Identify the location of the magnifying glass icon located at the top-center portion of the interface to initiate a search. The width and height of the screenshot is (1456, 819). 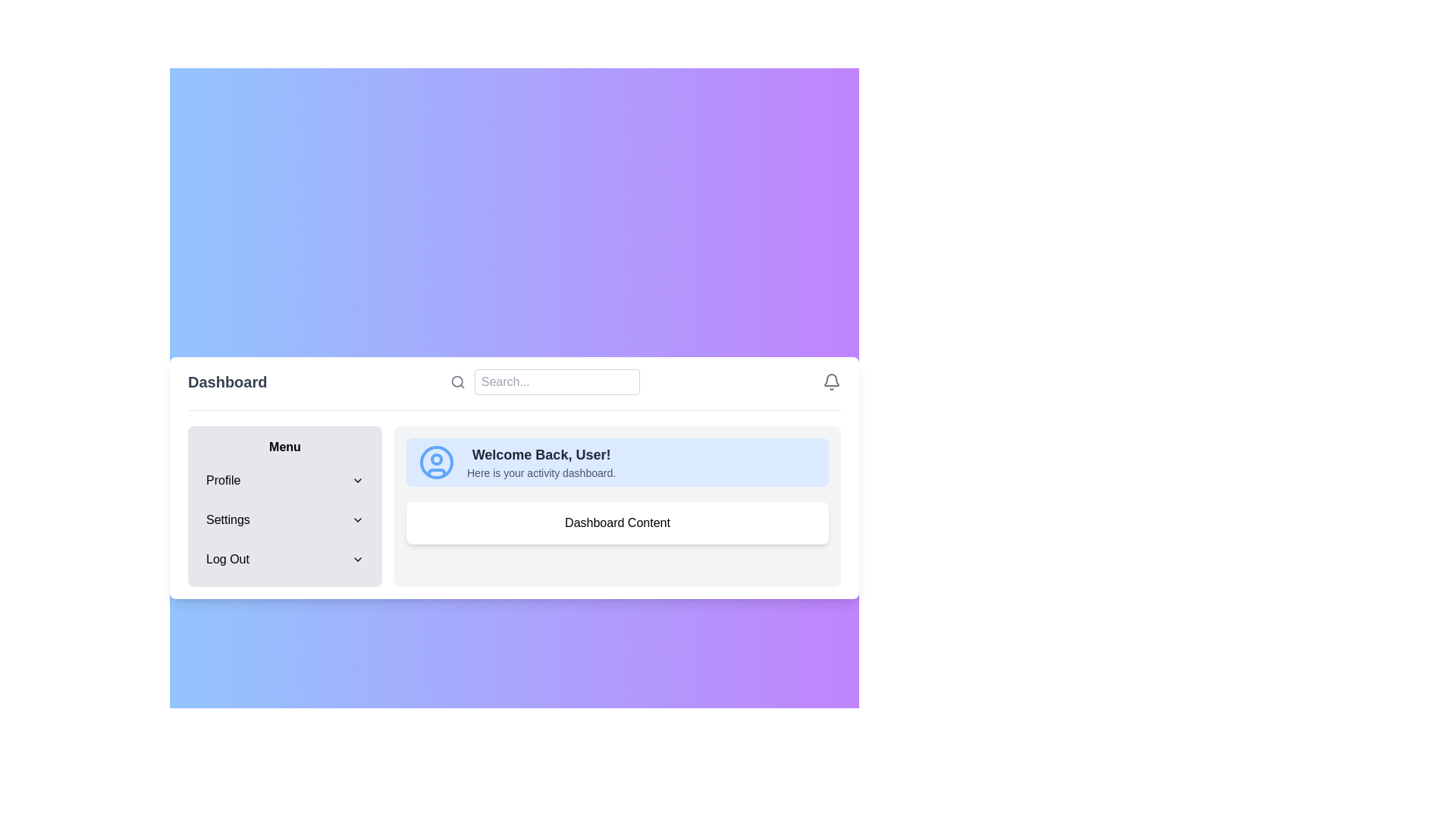
(457, 381).